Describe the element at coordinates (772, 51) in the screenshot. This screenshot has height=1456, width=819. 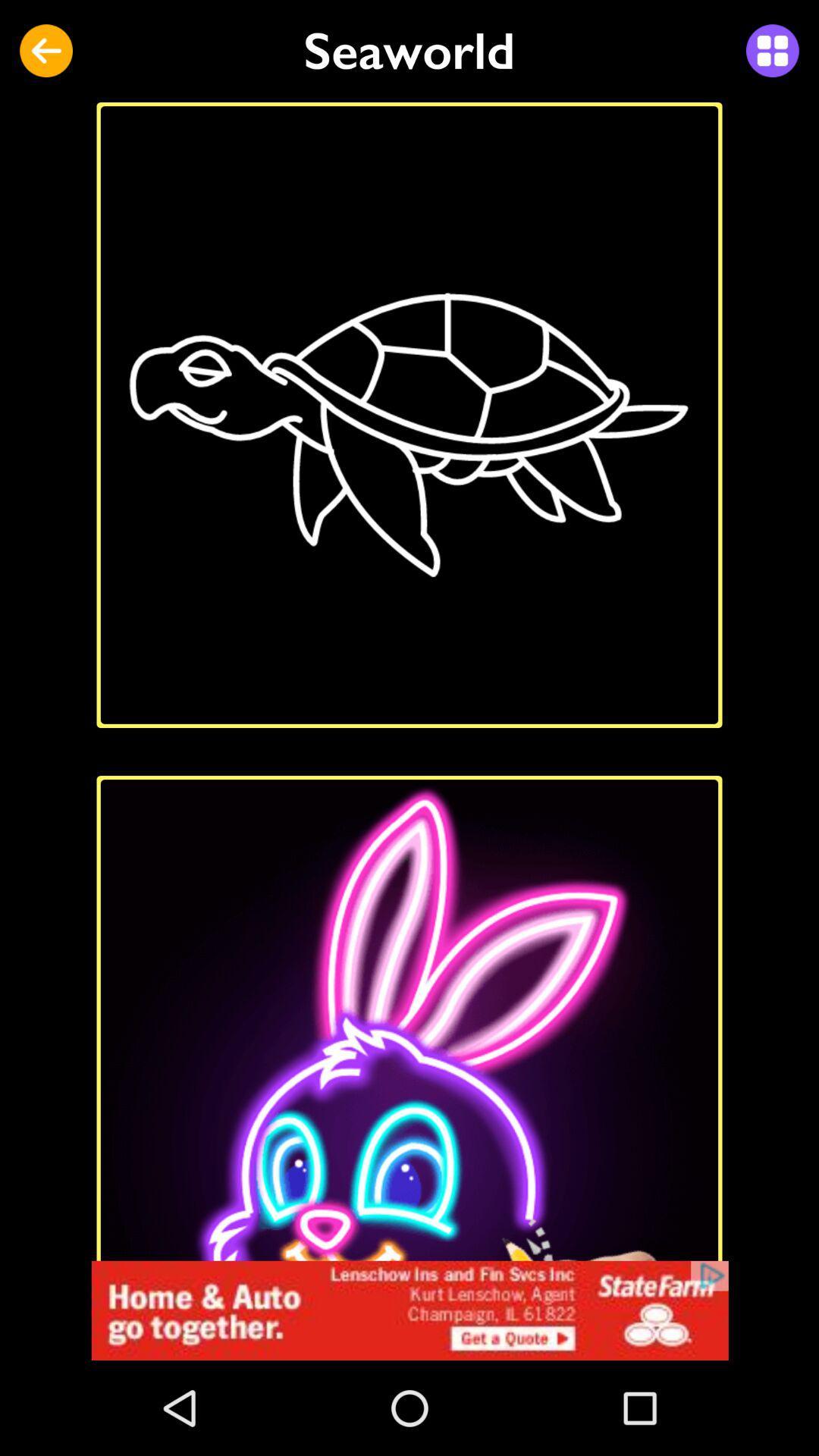
I see `see collection` at that location.